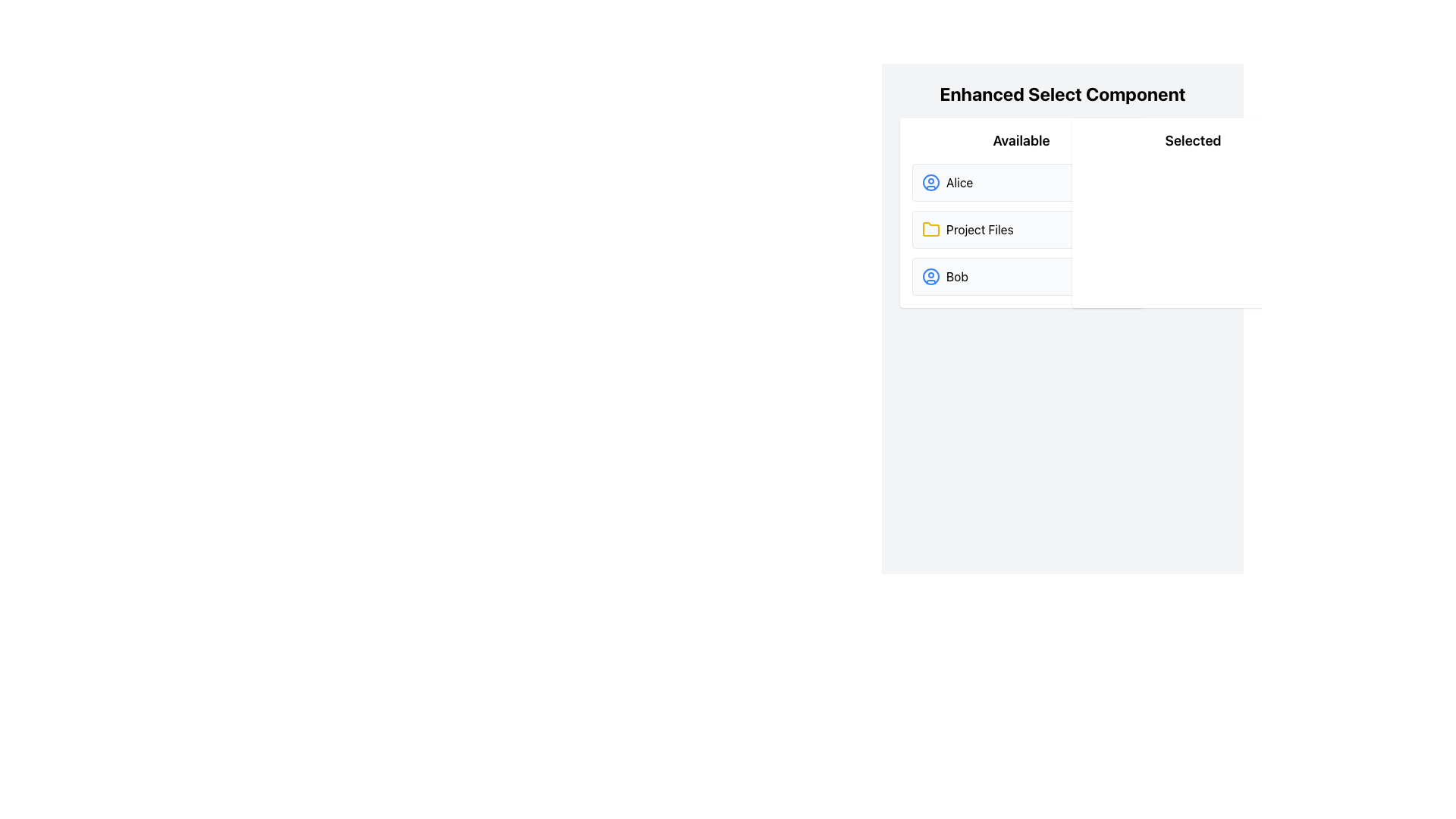 The width and height of the screenshot is (1456, 819). What do you see at coordinates (959, 181) in the screenshot?
I see `text label displaying 'Alice' located in the top entry of the list under the 'Available' column in the 'Enhanced Select Component' interface, adjacent to a circular user icon with a blue outline` at bounding box center [959, 181].